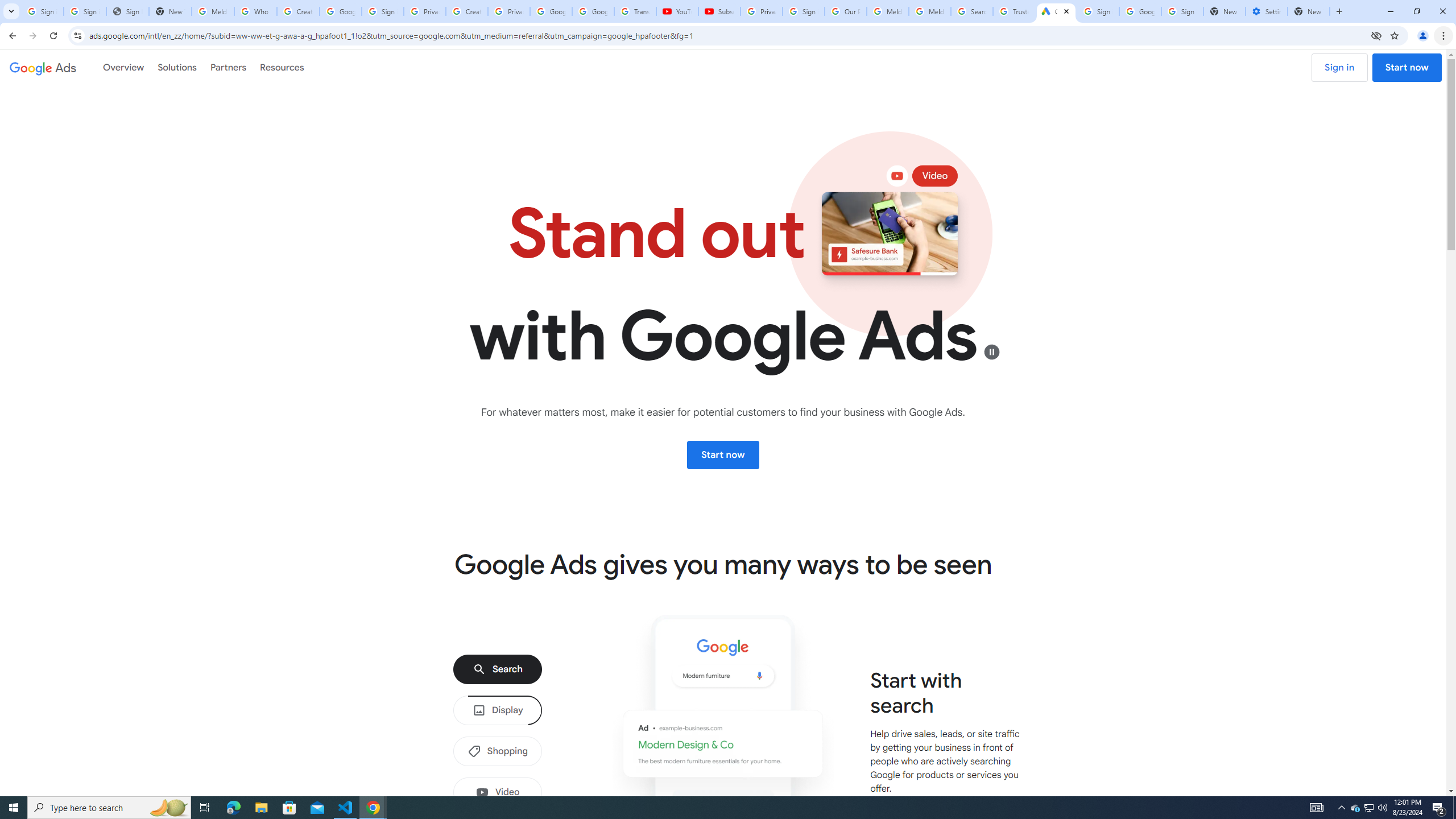  What do you see at coordinates (677, 11) in the screenshot?
I see `'YouTube'` at bounding box center [677, 11].